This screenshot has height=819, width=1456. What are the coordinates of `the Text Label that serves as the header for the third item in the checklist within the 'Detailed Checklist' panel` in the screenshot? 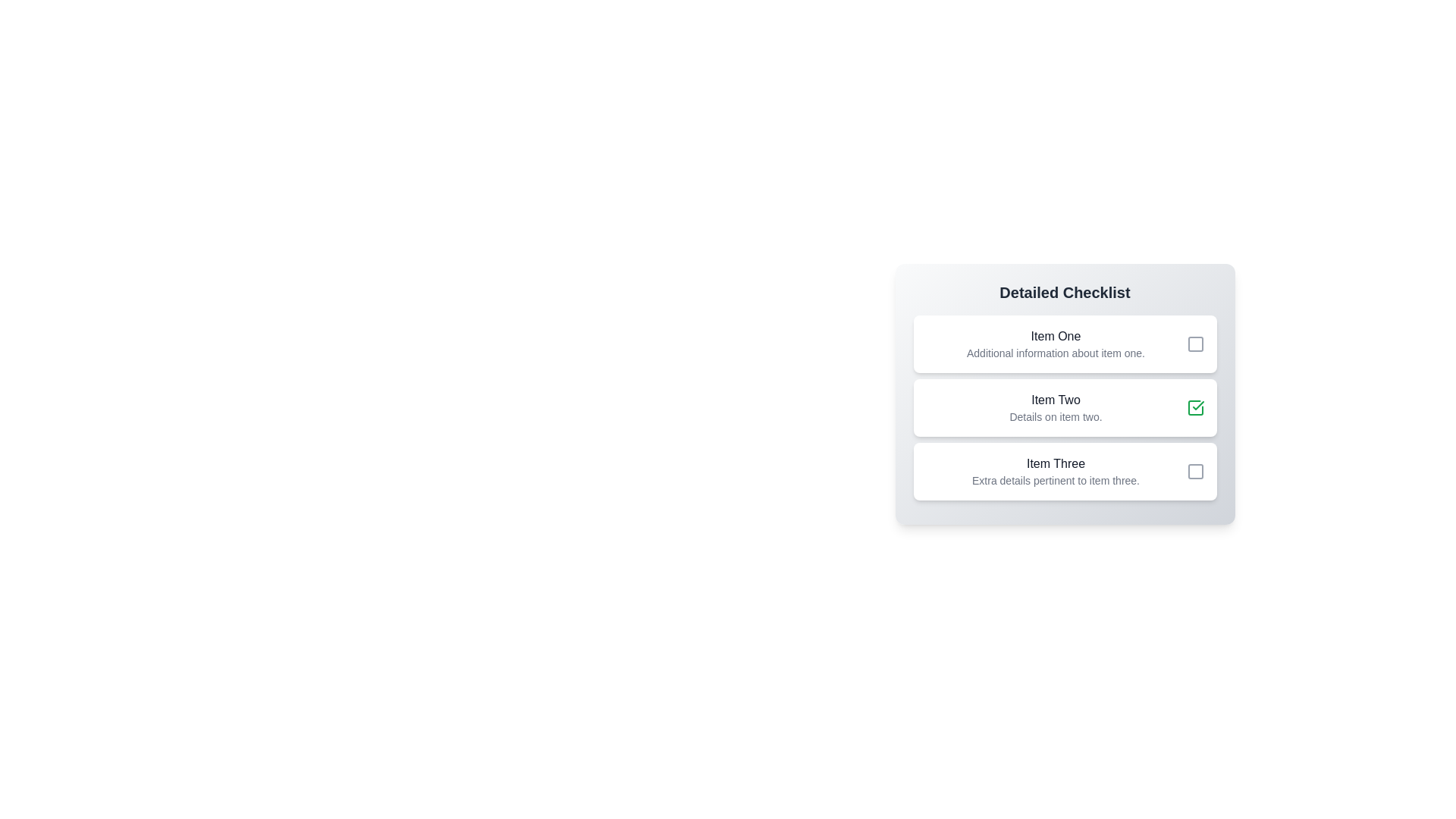 It's located at (1055, 463).